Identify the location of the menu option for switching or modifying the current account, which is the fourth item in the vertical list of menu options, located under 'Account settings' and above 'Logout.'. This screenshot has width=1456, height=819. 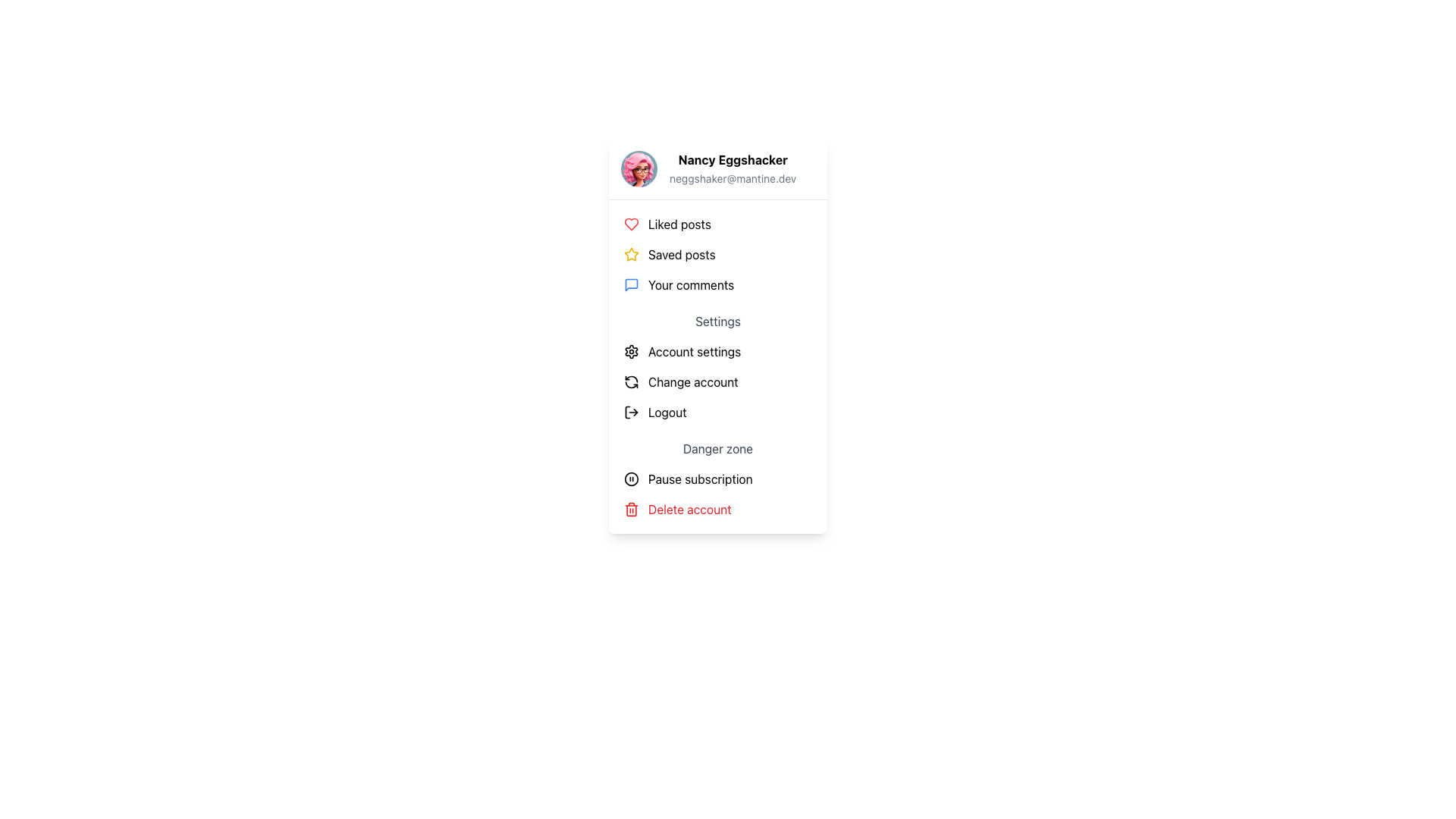
(692, 381).